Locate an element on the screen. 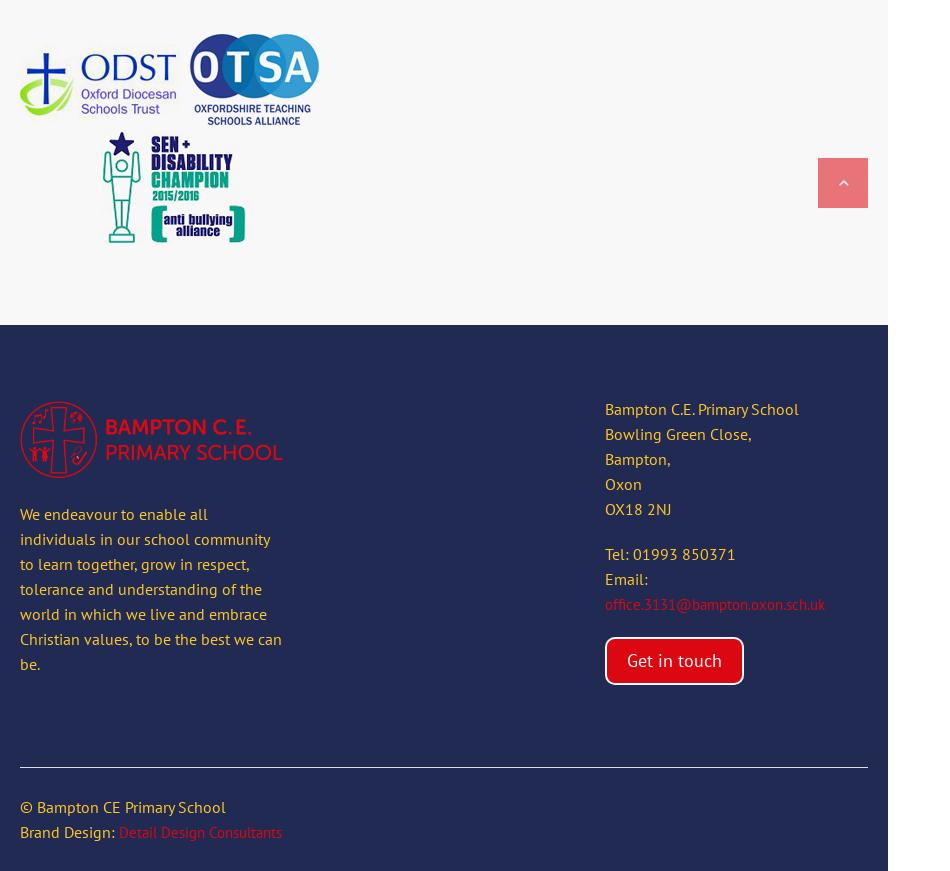  'We endeavour to enable all individuals in our school community to learn together, grow in respect, tolerance and understanding of the world in which we live and embrace Christian values, to be the best we can be.' is located at coordinates (150, 587).